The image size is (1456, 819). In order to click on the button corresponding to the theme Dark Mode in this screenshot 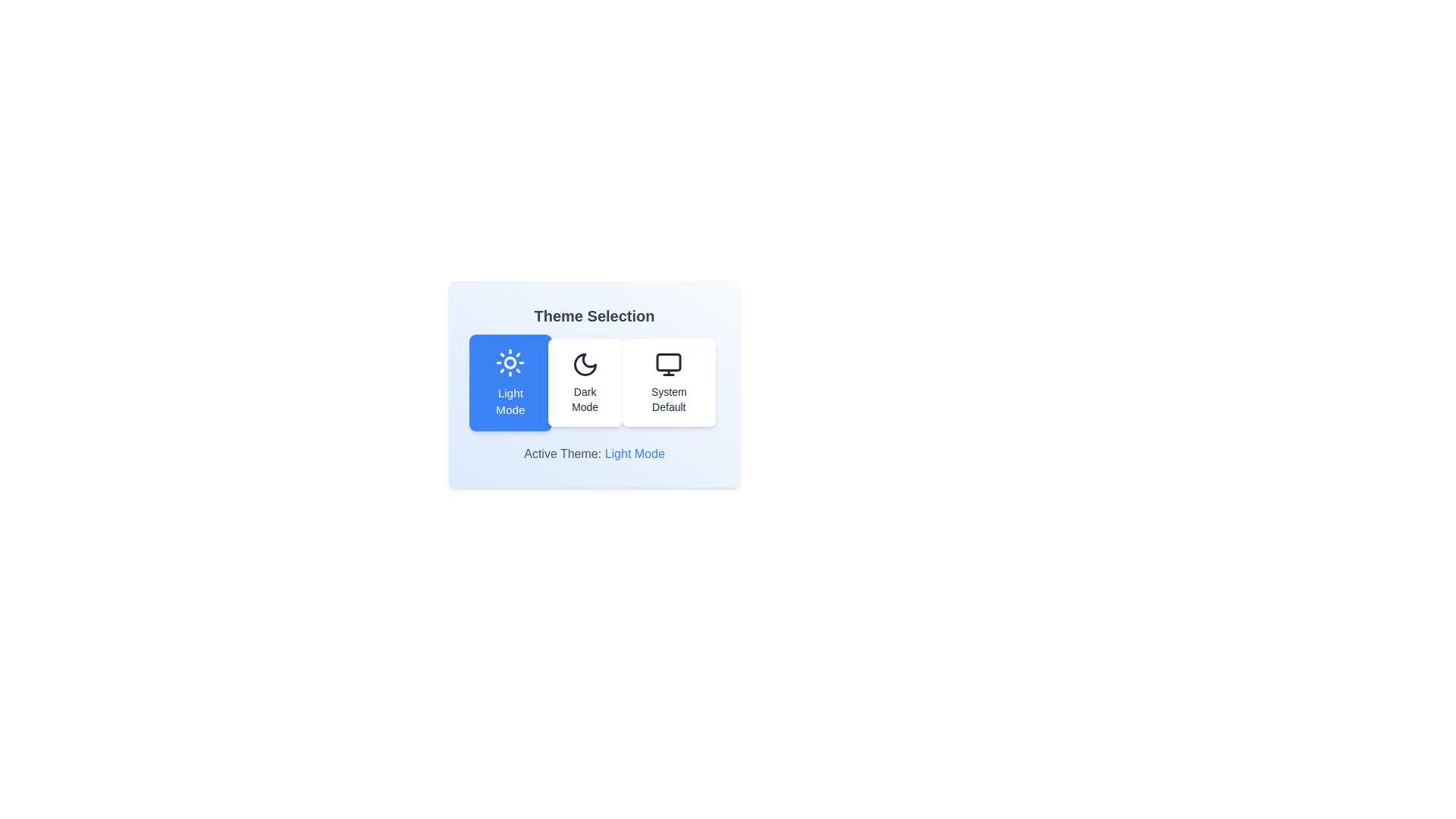, I will do `click(584, 382)`.